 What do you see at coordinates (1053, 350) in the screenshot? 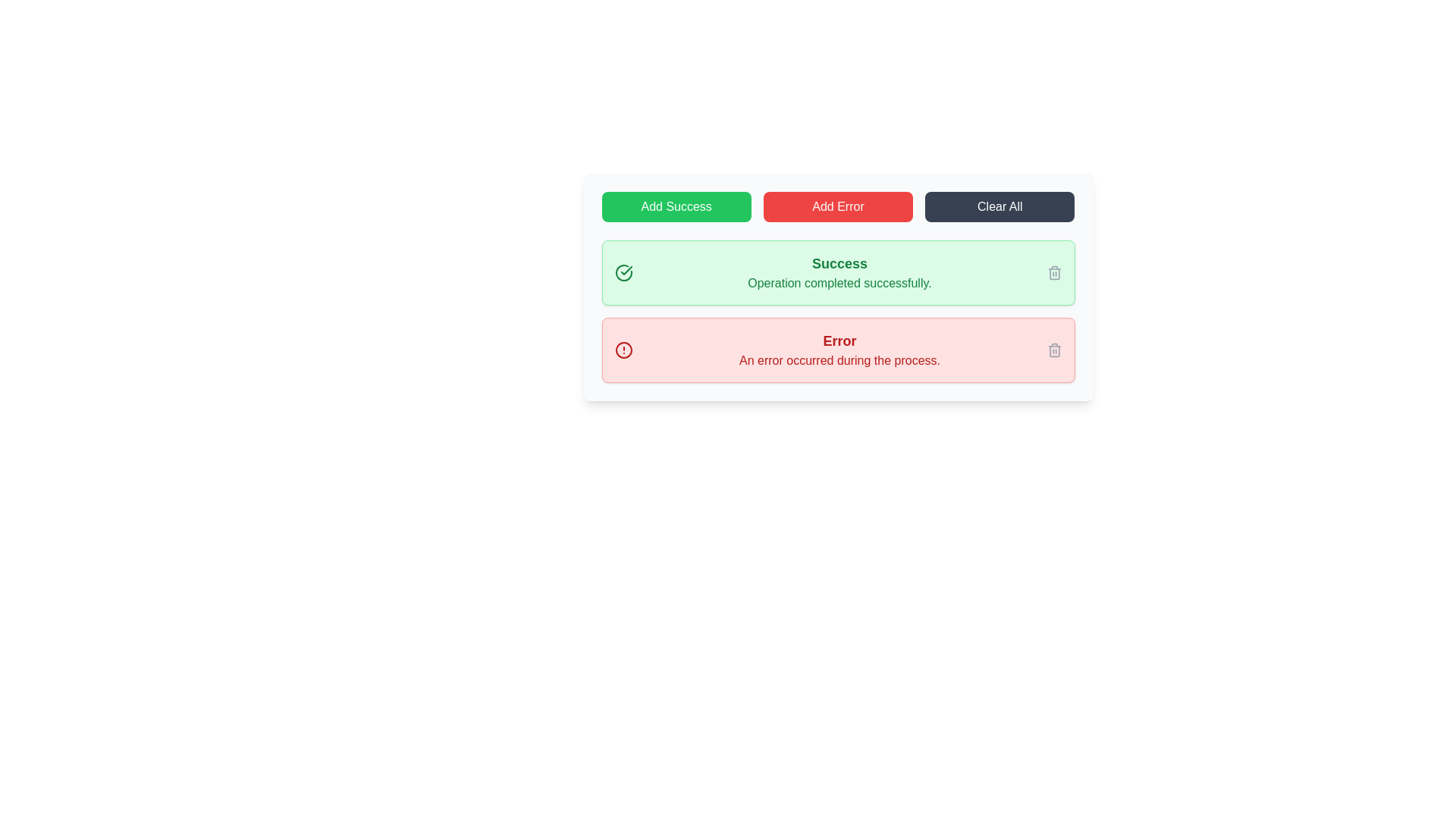
I see `the trash bin icon button located at the far right of the red-shaded rectangular error notification area` at bounding box center [1053, 350].